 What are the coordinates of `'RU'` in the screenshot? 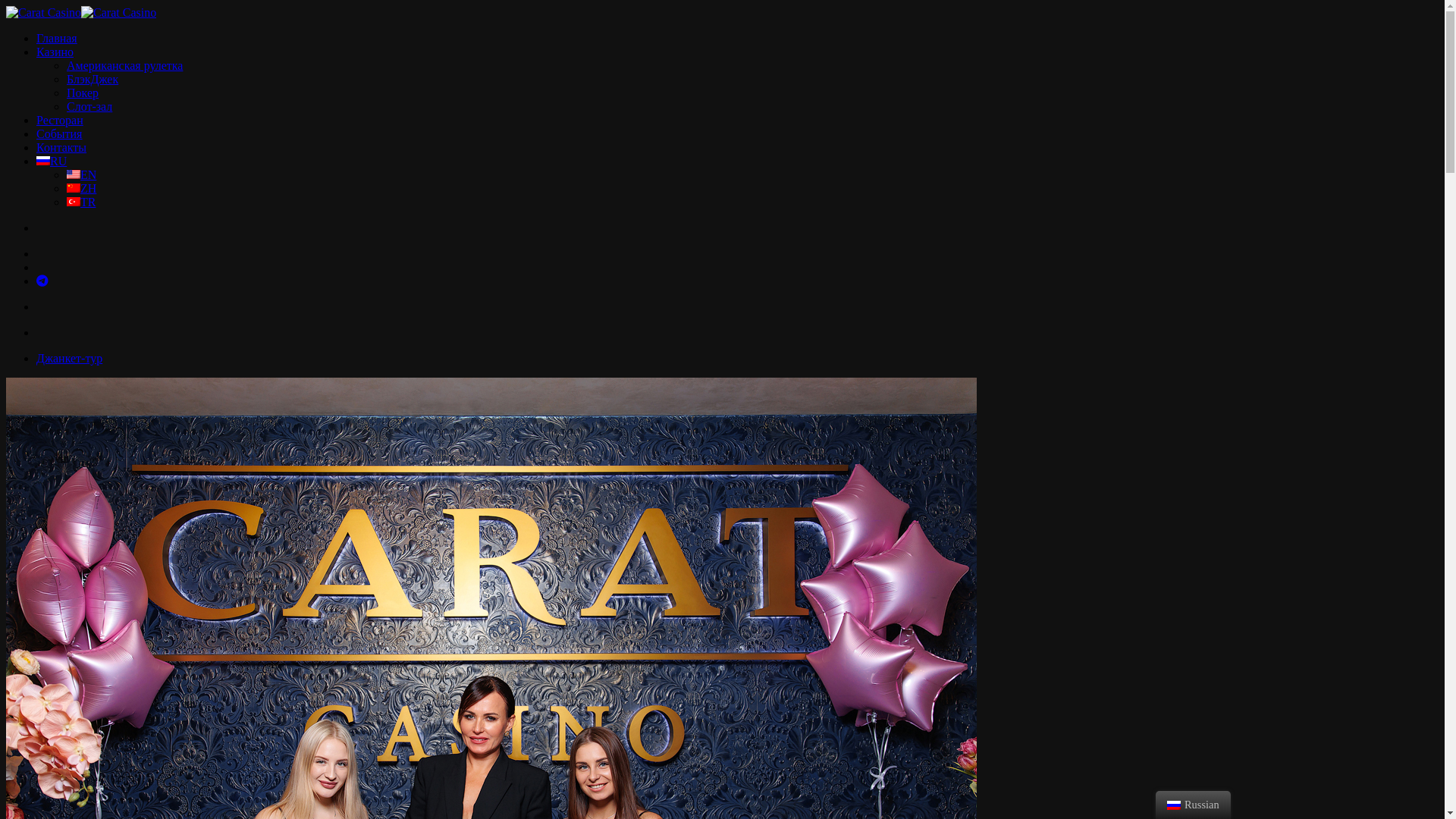 It's located at (51, 161).